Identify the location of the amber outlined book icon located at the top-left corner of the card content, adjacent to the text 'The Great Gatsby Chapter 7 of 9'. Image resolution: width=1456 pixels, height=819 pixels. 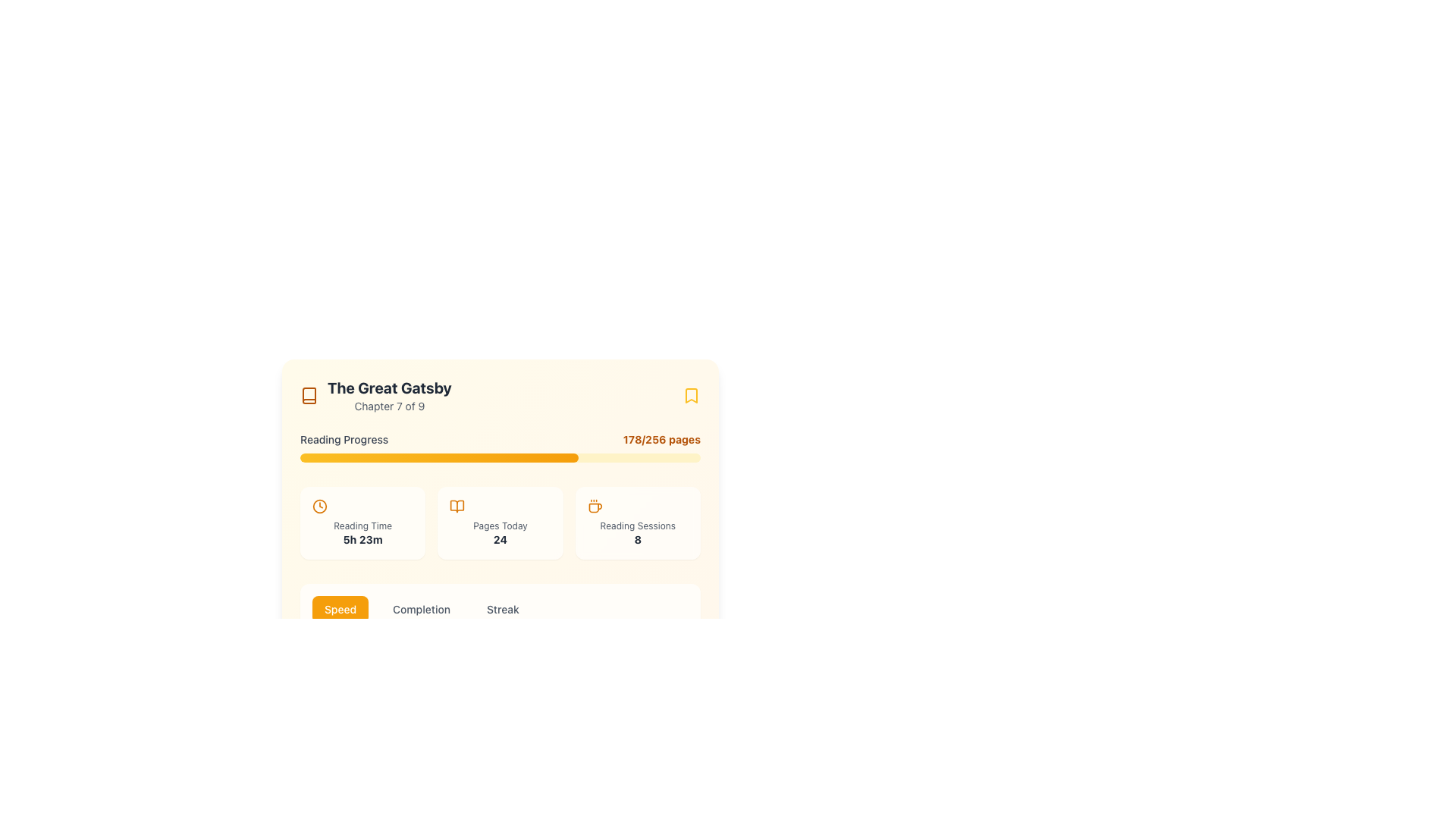
(309, 394).